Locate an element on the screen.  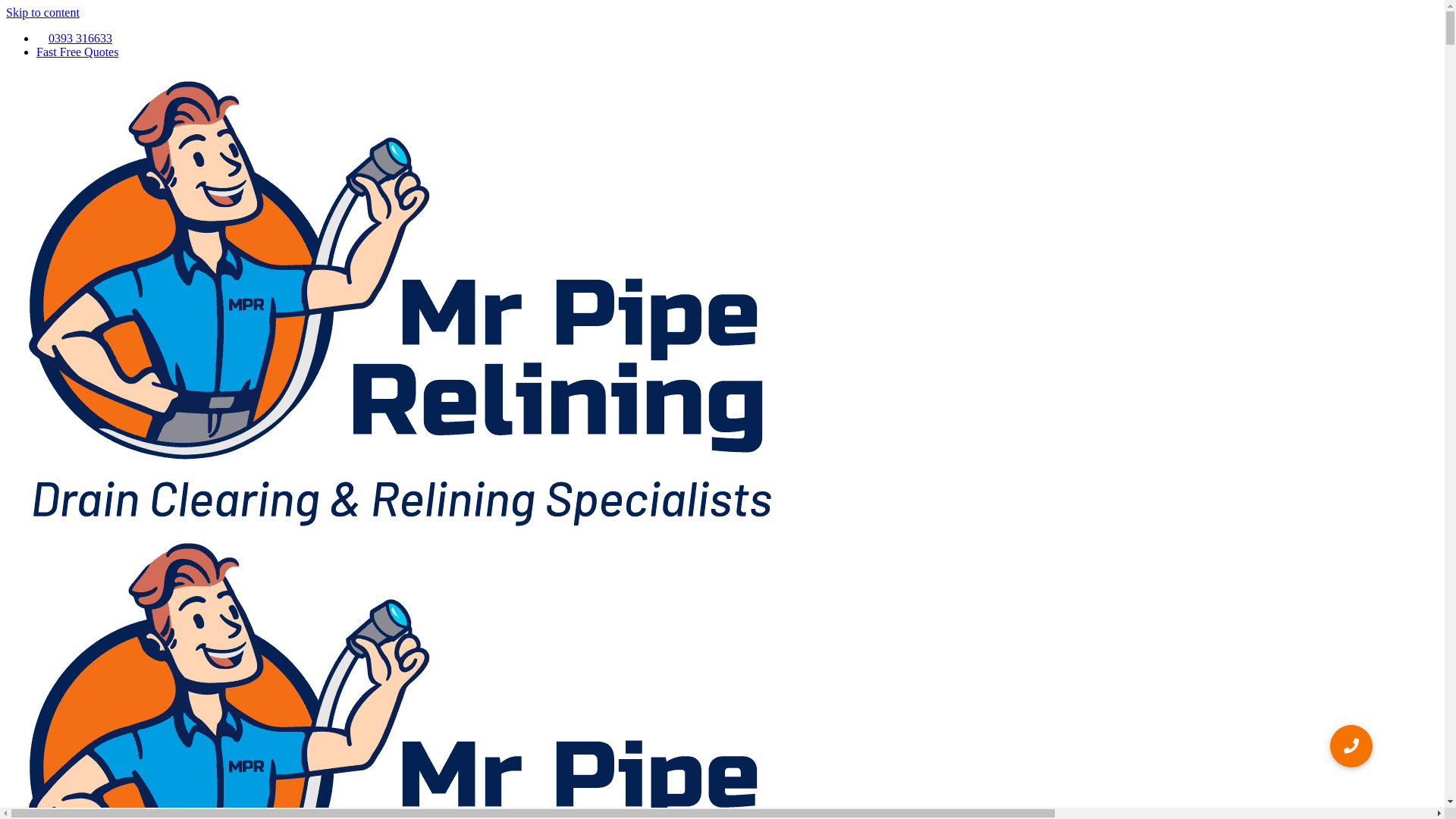
'0393 316633' is located at coordinates (73, 37).